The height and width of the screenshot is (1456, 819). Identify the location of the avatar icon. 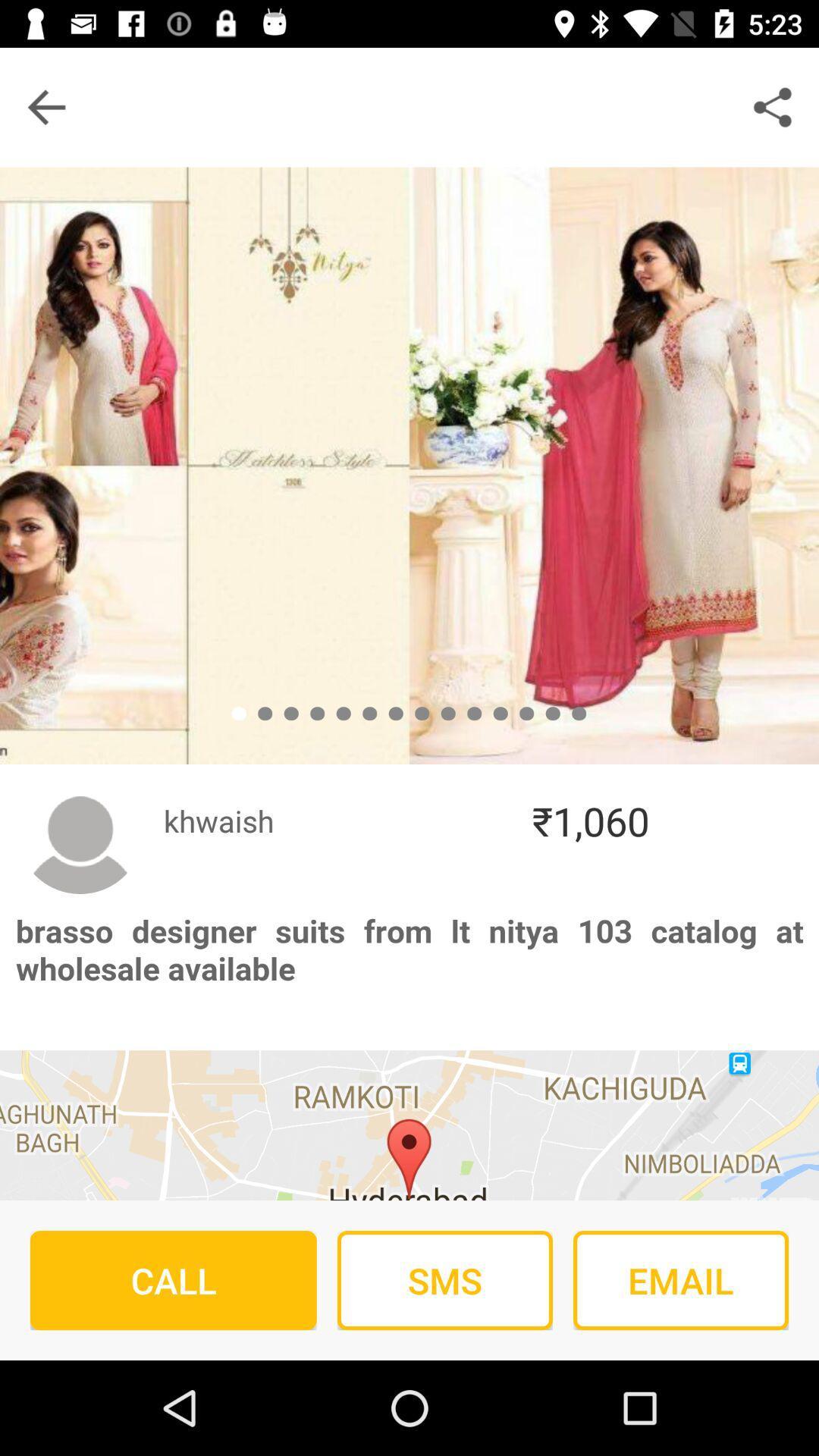
(82, 830).